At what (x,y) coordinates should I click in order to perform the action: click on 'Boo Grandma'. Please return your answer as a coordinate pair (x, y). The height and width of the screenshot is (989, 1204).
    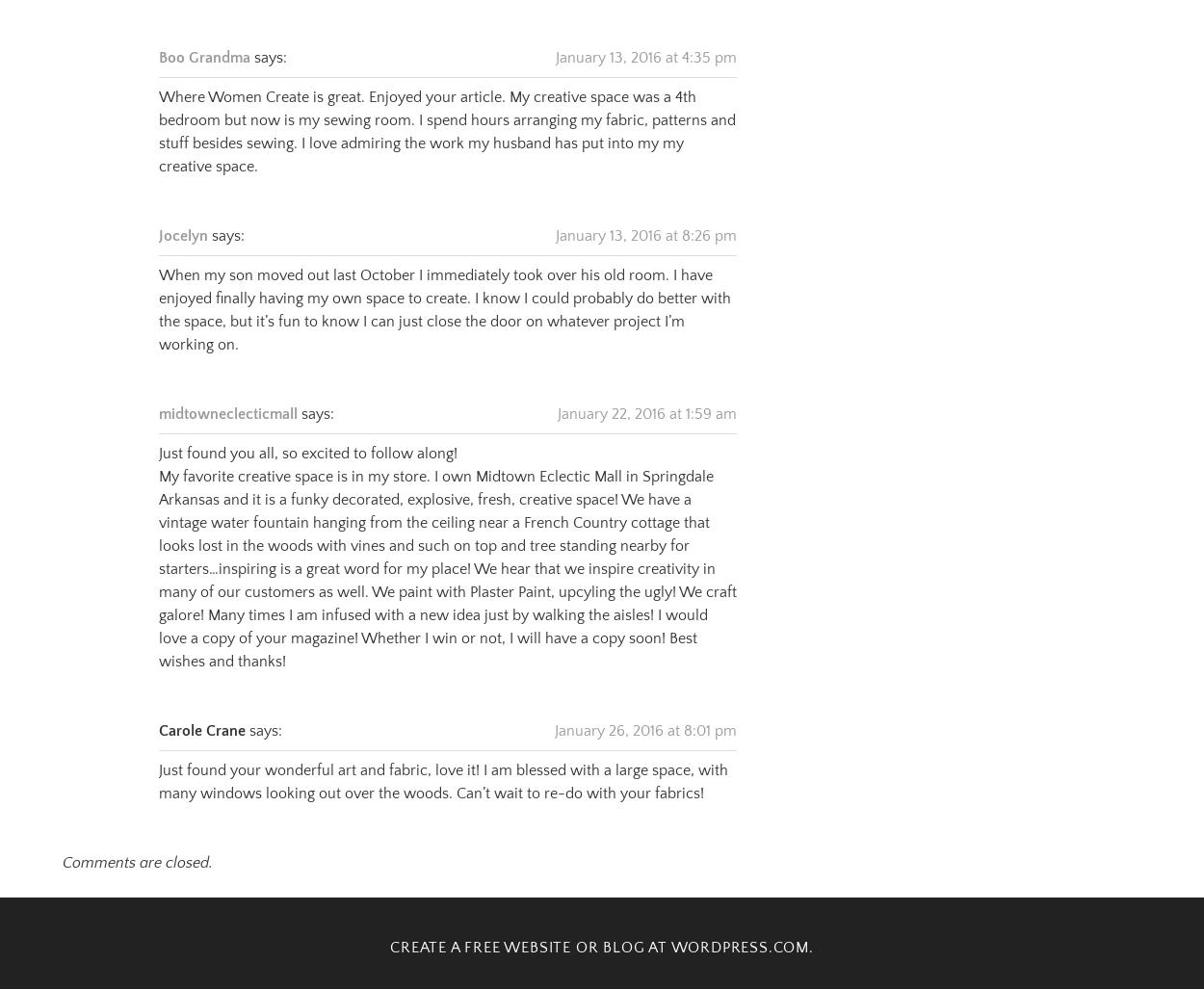
    Looking at the image, I should click on (203, 34).